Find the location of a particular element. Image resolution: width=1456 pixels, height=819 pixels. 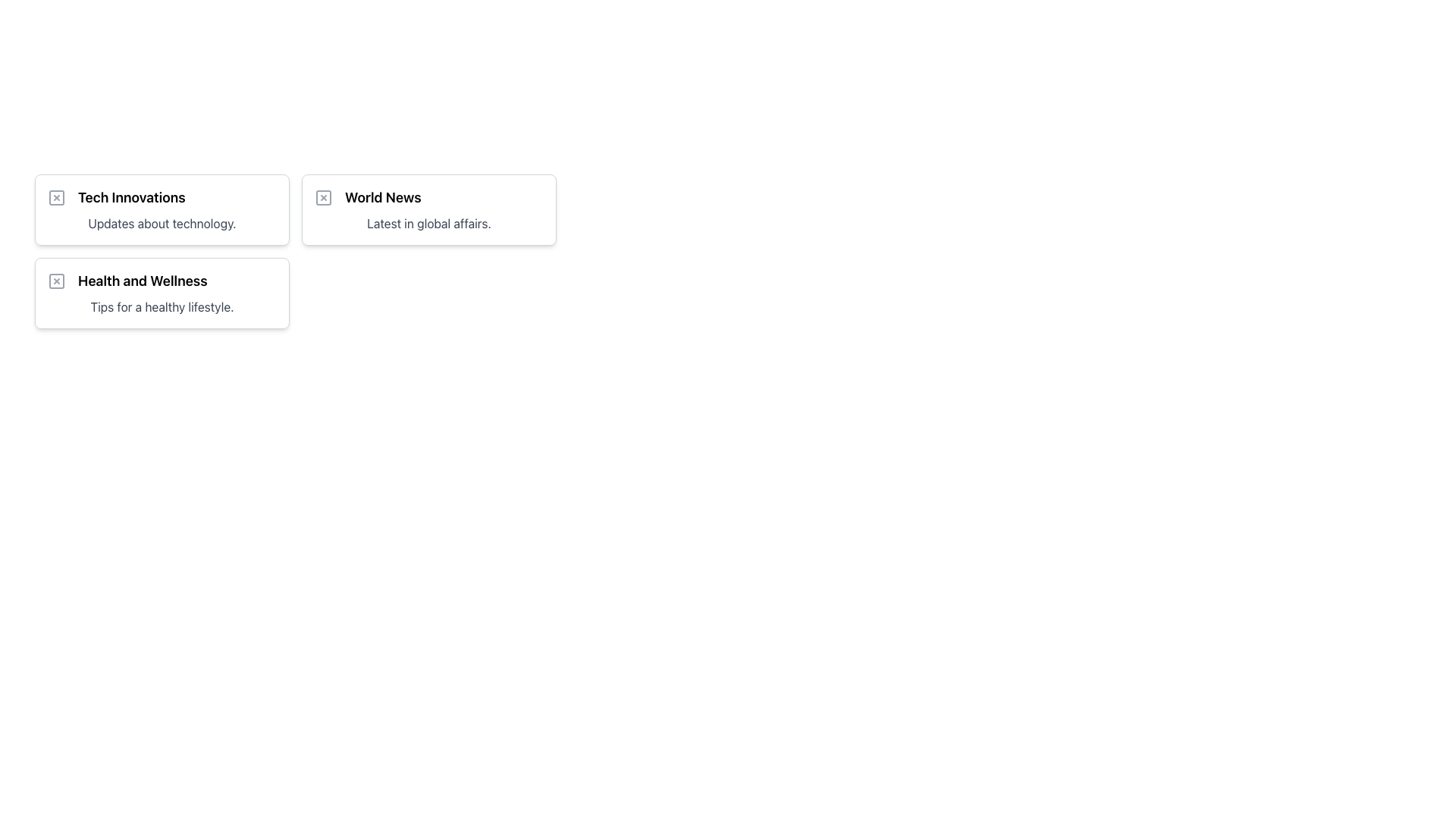

the technology summary card located in the top-left corner of the grid layout is located at coordinates (162, 210).